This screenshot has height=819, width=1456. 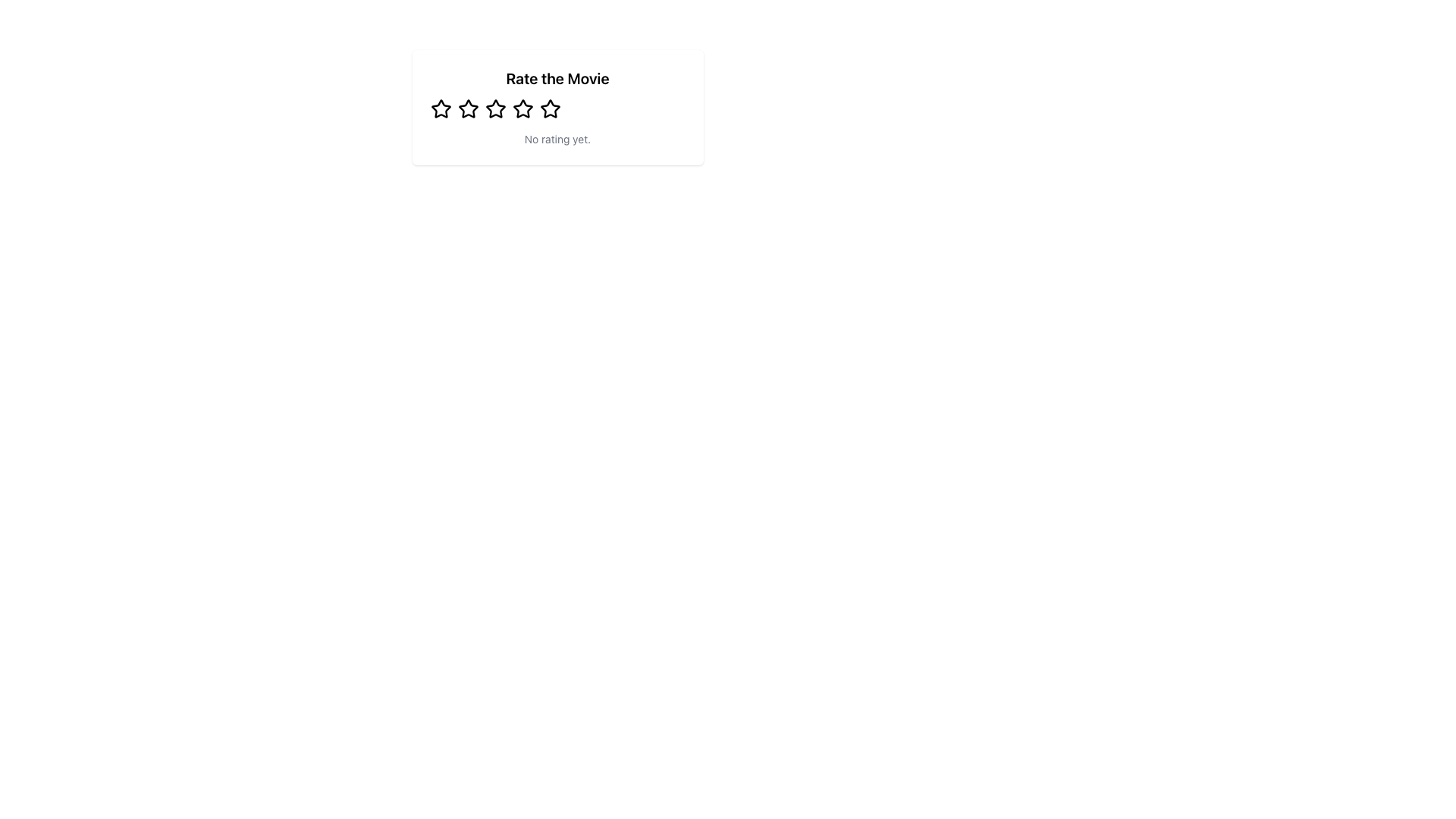 What do you see at coordinates (440, 108) in the screenshot?
I see `the first star icon used for rating under the heading 'Rate the Movie'` at bounding box center [440, 108].